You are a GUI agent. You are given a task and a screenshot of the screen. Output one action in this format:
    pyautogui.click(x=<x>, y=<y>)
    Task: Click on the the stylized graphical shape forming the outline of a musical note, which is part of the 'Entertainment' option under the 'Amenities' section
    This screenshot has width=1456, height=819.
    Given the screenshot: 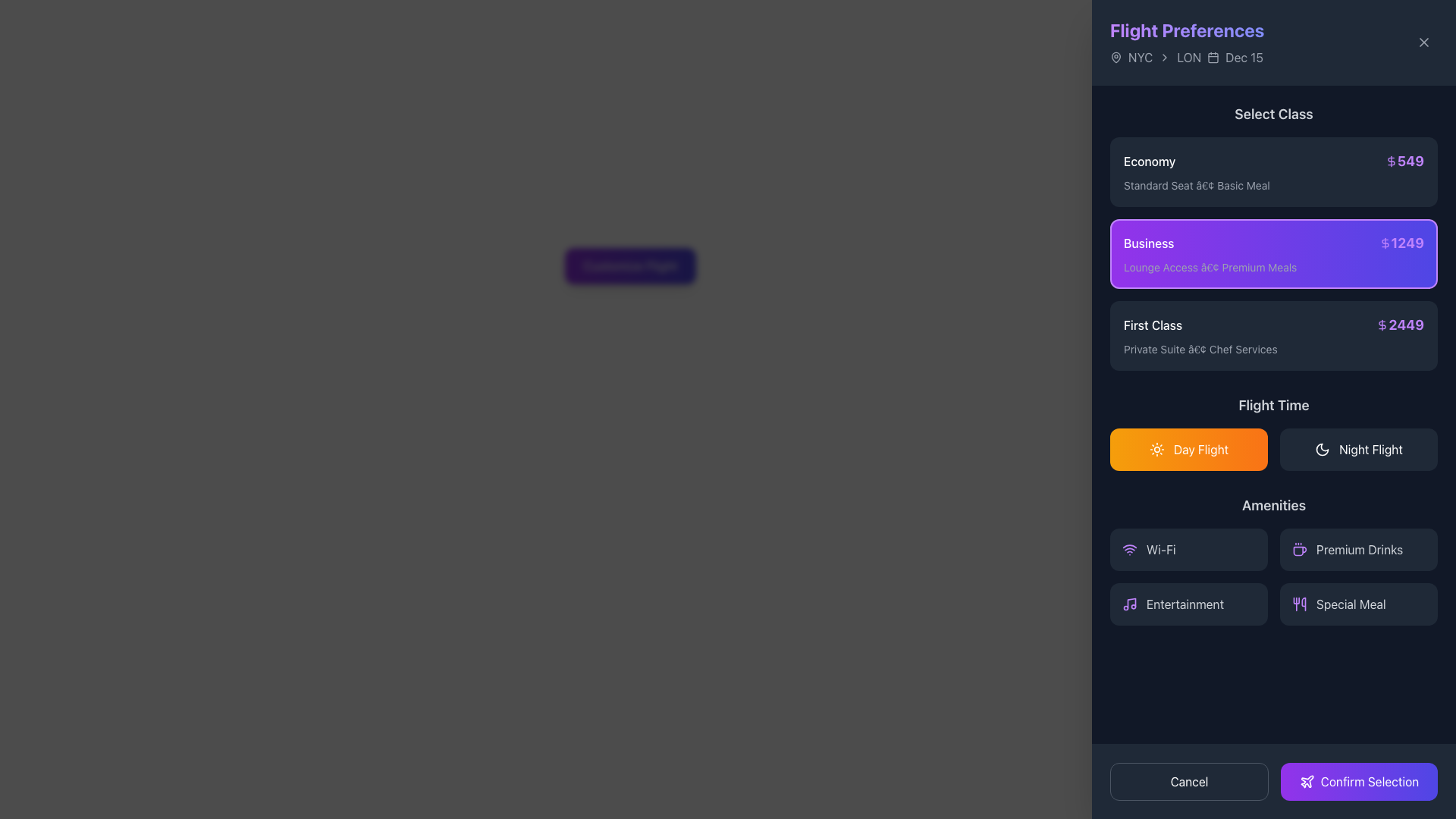 What is the action you would take?
    pyautogui.click(x=1131, y=602)
    